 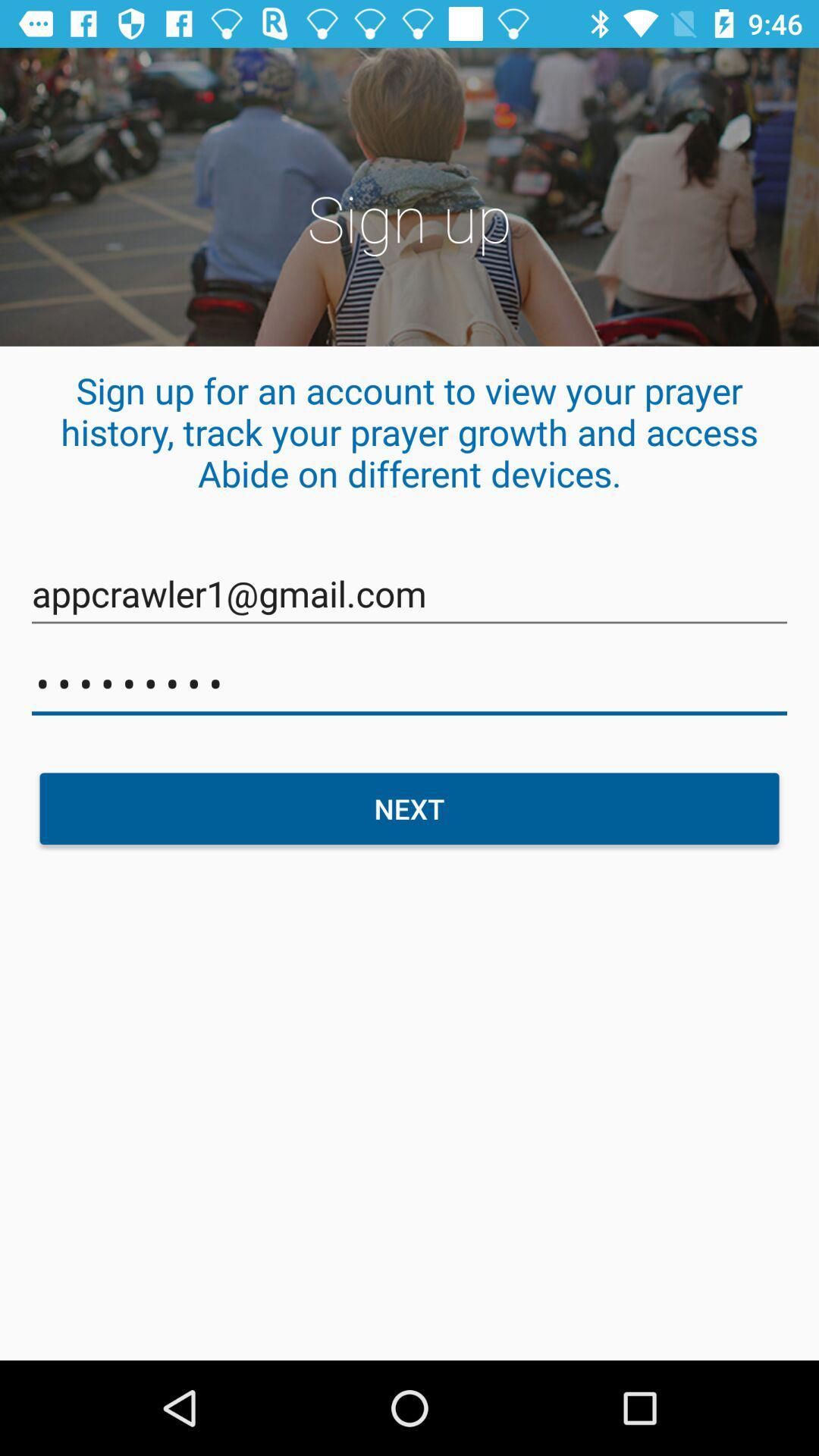 I want to click on item below sign up for icon, so click(x=409, y=593).